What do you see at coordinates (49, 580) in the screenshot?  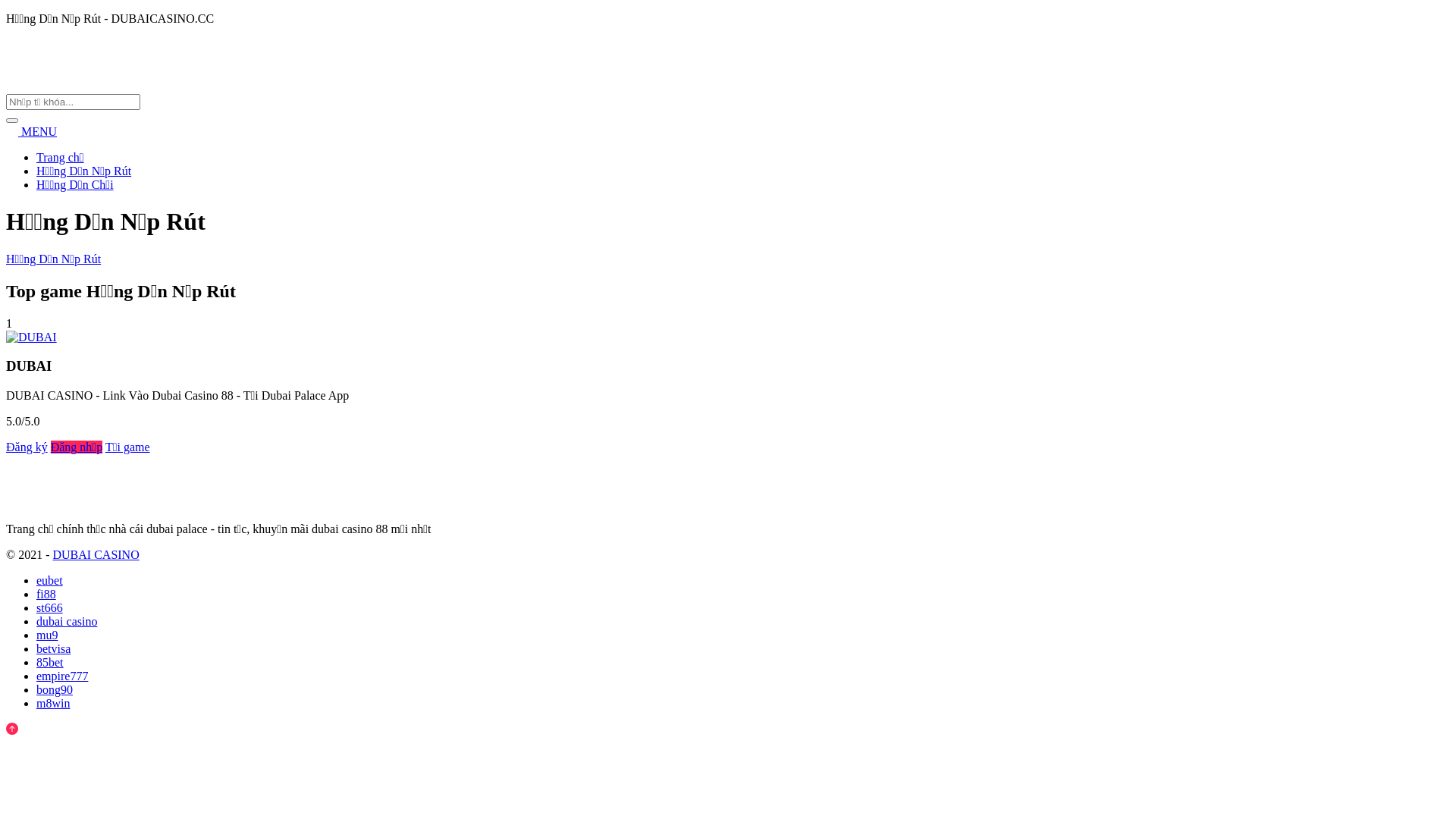 I see `'eubet'` at bounding box center [49, 580].